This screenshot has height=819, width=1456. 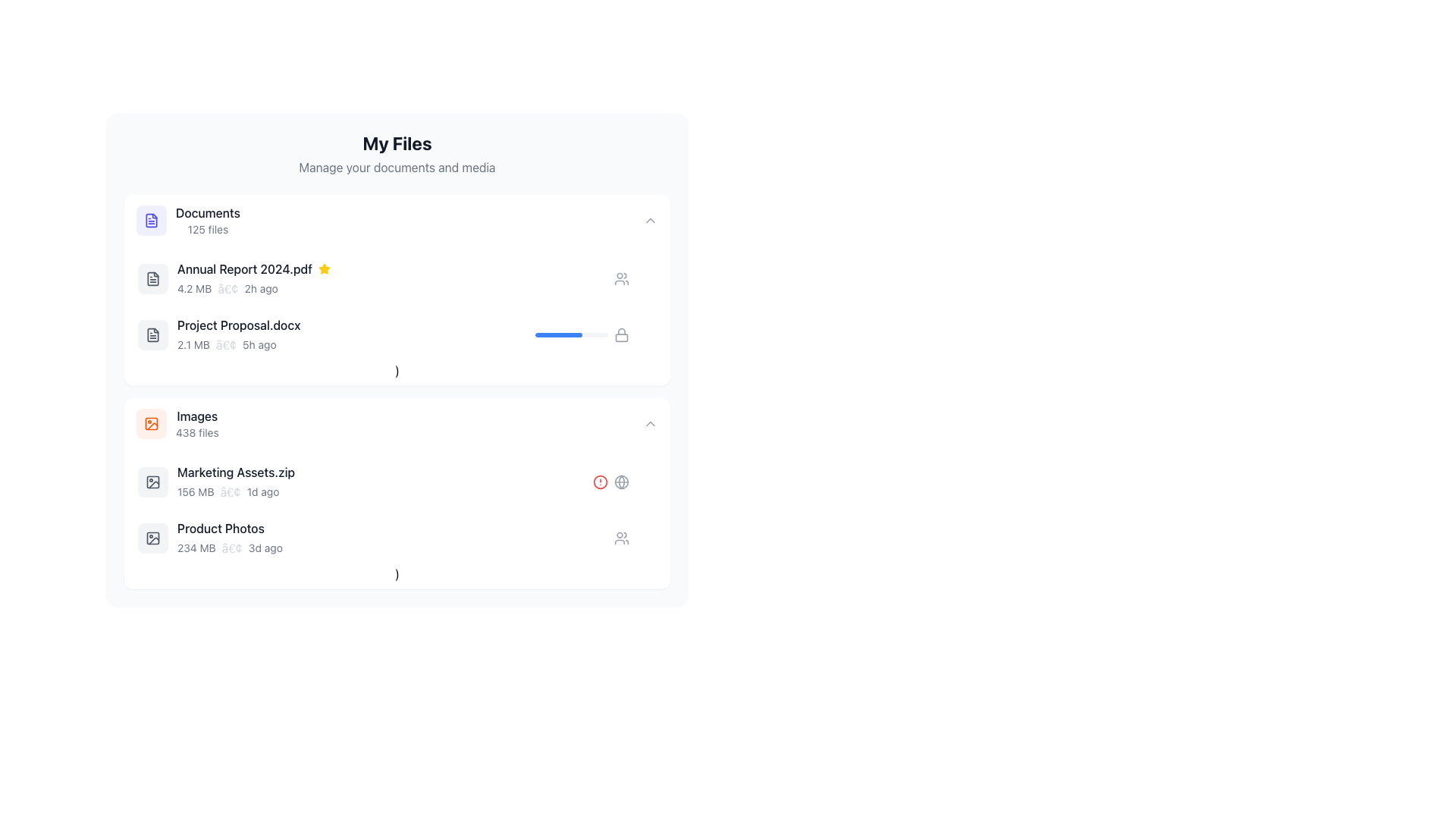 I want to click on the document icon located in the top left section of the 'Documents' group, which is represented as a blue rectangle with a folded top right corner, so click(x=152, y=220).